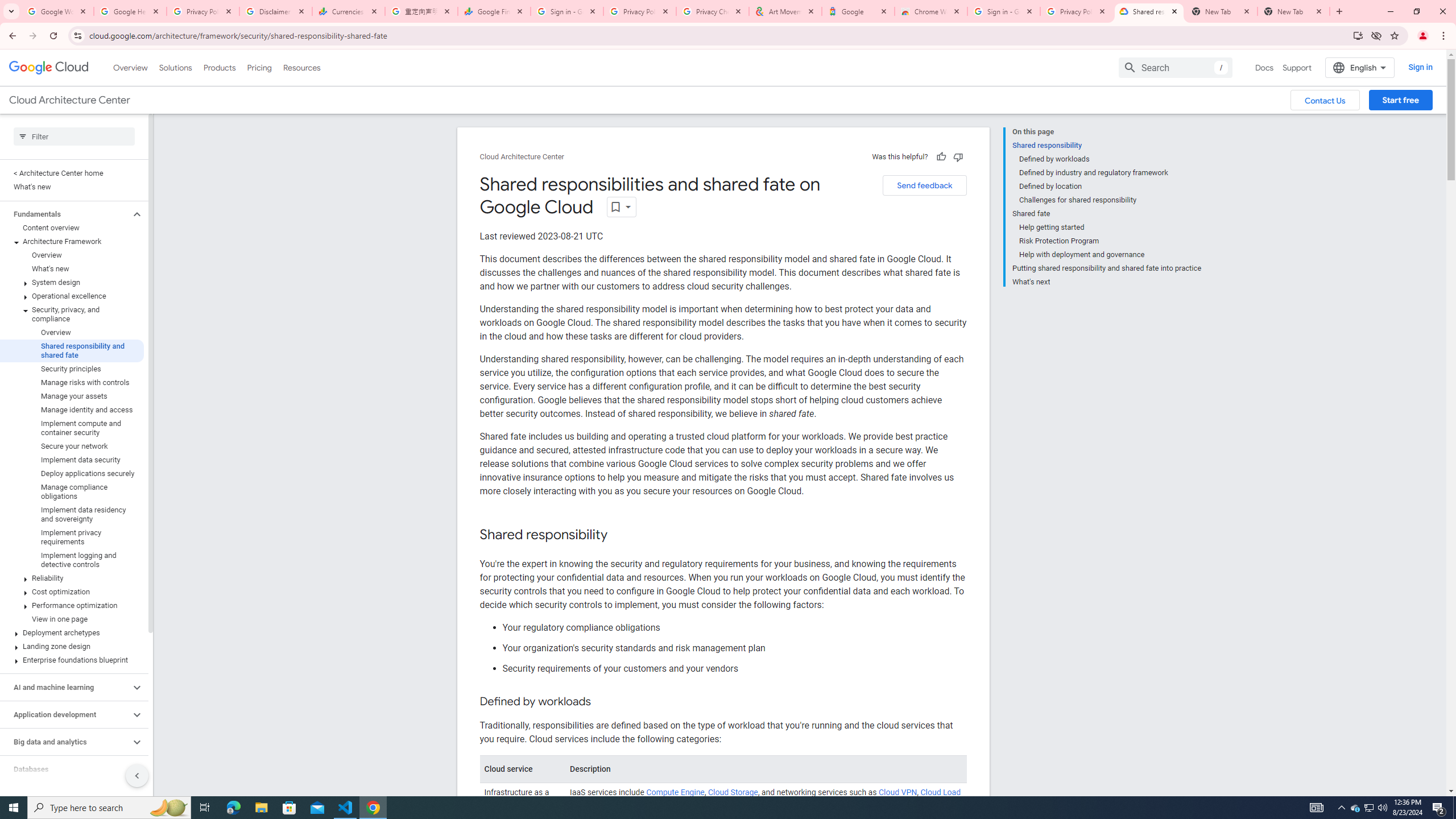 This screenshot has height=819, width=1456. Describe the element at coordinates (72, 646) in the screenshot. I see `'Landing zone design'` at that location.